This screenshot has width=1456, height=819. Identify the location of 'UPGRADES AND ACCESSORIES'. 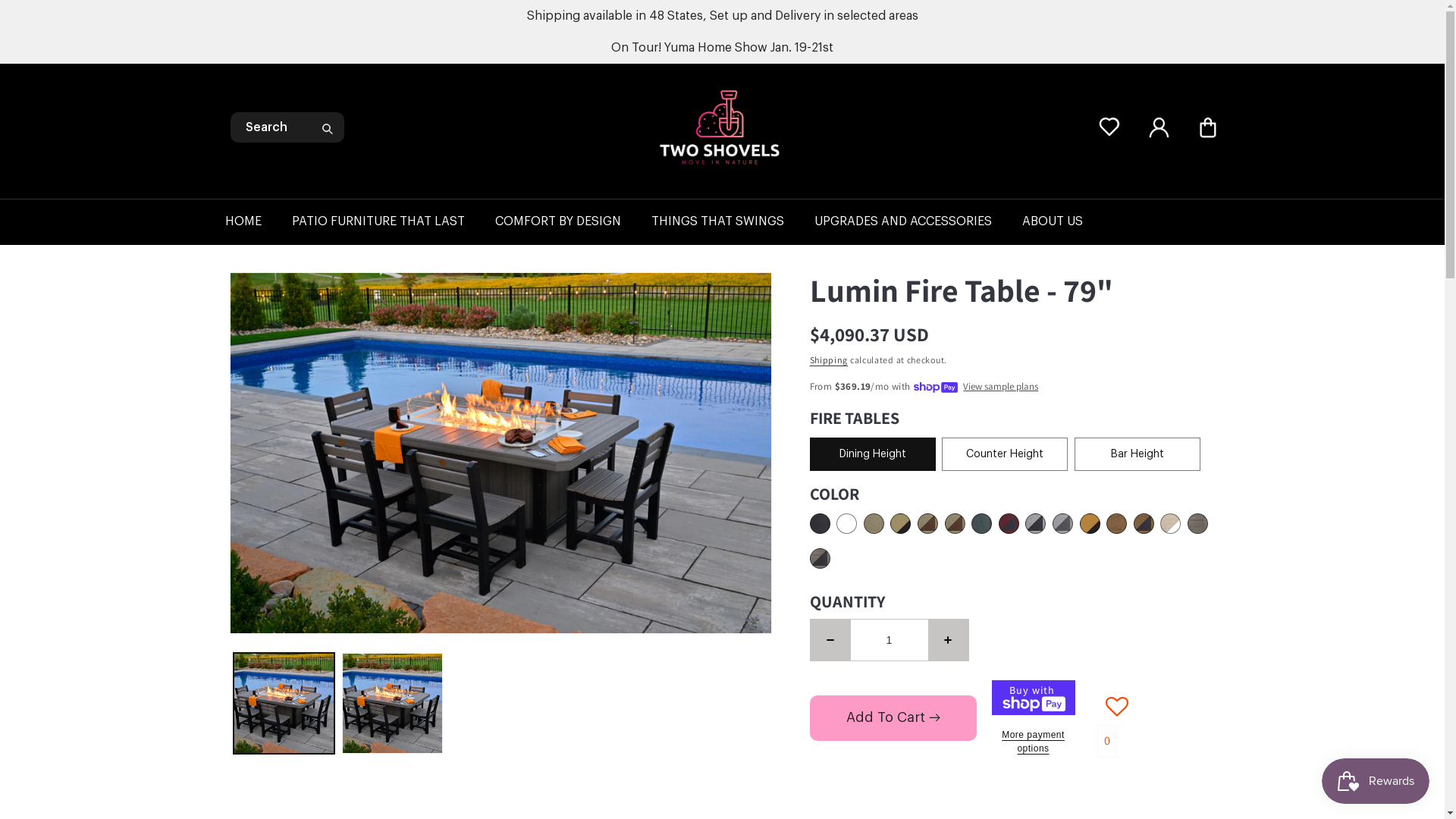
(917, 221).